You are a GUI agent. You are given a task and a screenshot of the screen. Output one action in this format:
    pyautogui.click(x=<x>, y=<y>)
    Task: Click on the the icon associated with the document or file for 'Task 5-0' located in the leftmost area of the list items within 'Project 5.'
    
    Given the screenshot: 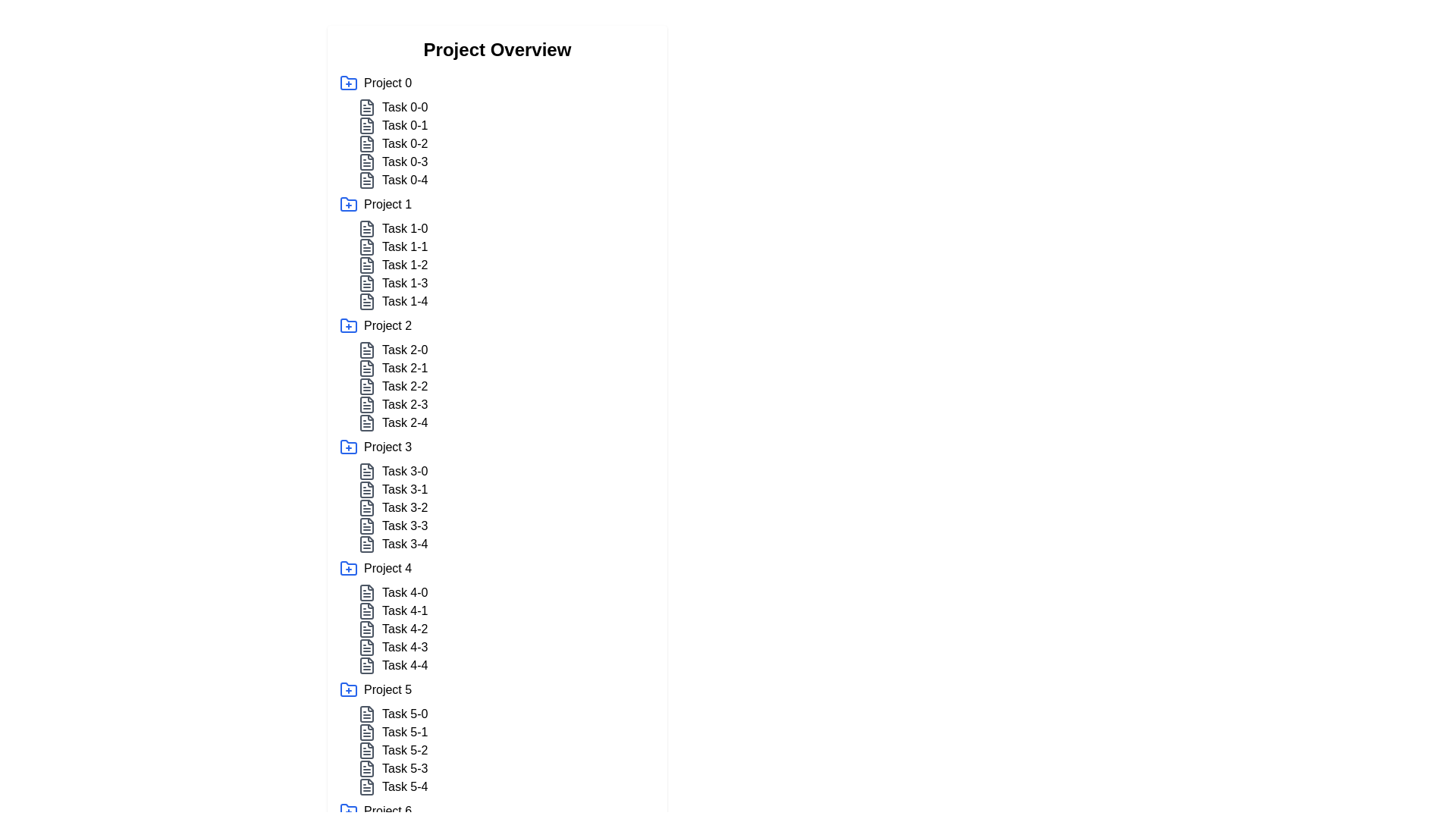 What is the action you would take?
    pyautogui.click(x=367, y=714)
    